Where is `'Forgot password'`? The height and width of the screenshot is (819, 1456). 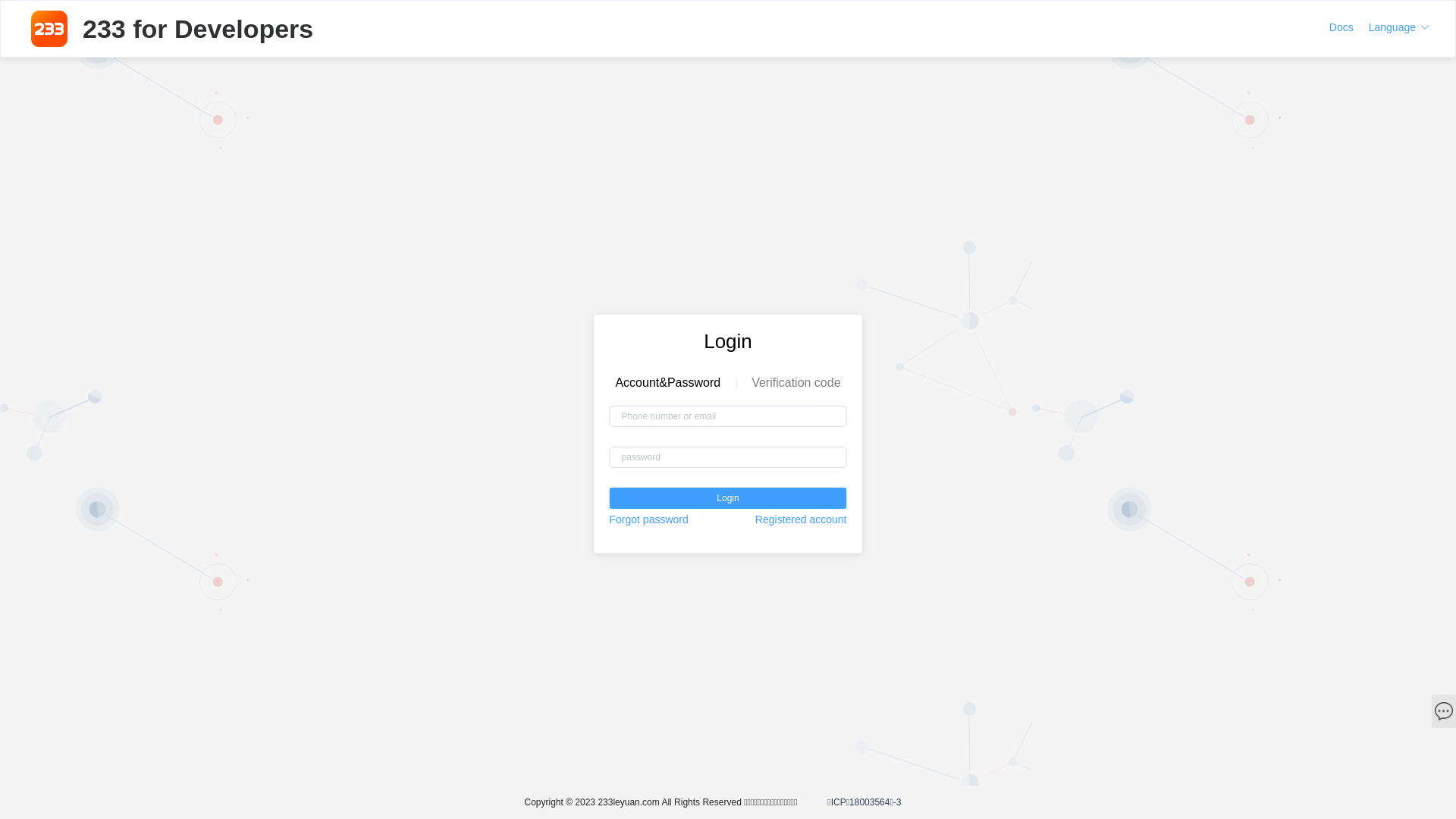
'Forgot password' is located at coordinates (648, 519).